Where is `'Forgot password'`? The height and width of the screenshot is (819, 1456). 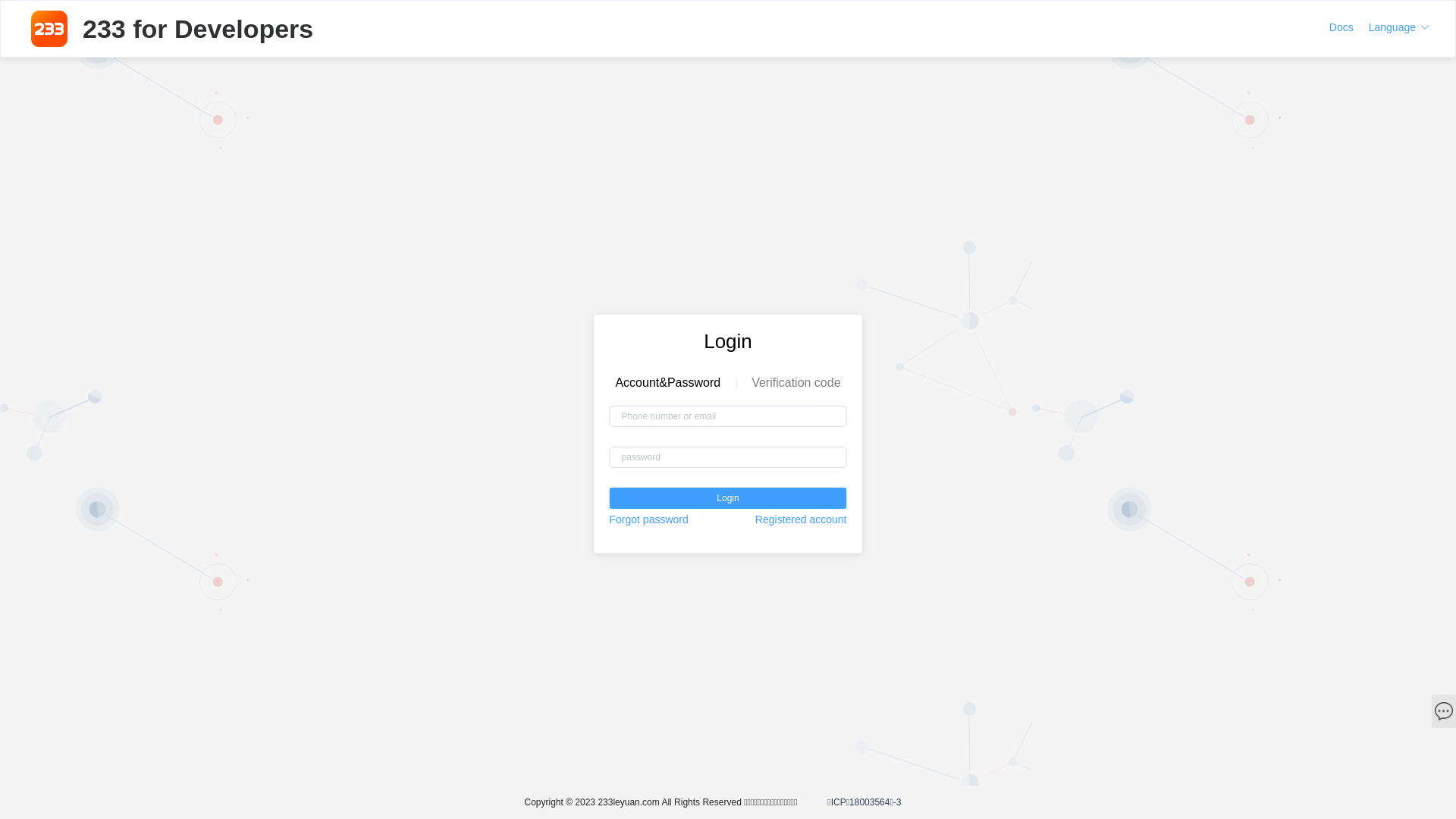
'Forgot password' is located at coordinates (648, 519).